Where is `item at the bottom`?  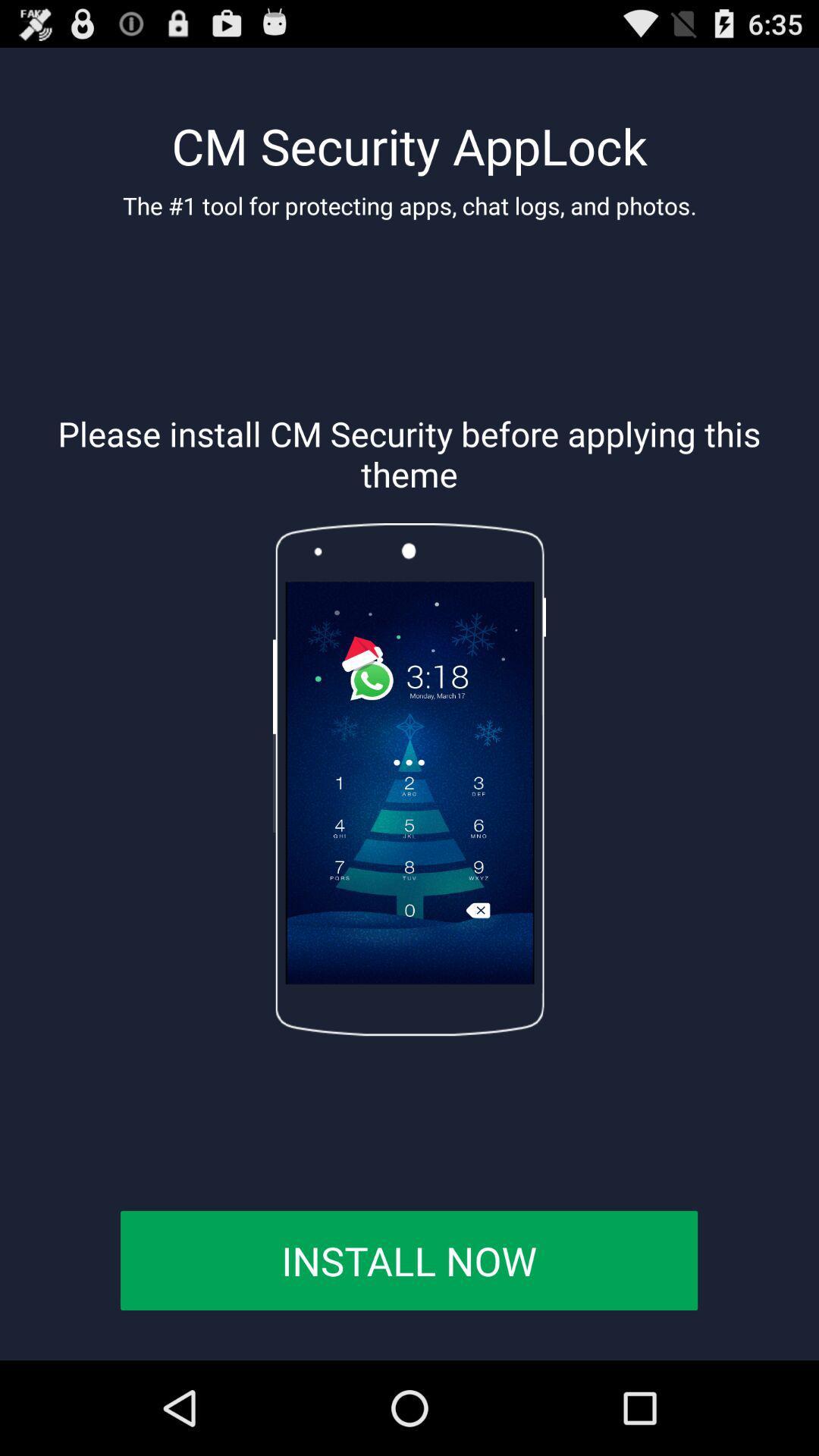 item at the bottom is located at coordinates (408, 1260).